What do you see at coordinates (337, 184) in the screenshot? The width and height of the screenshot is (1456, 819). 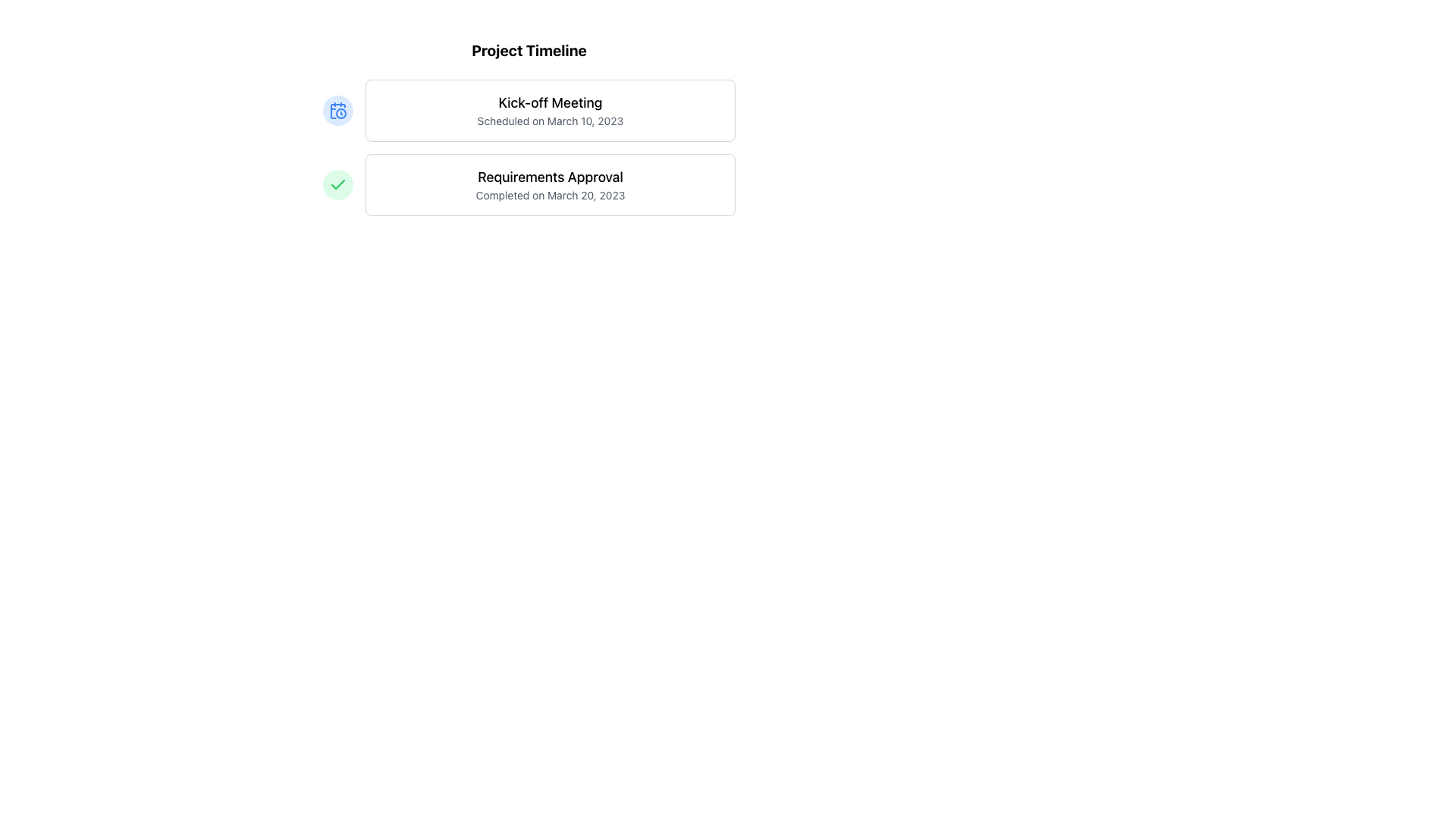 I see `the completion status icon located on the left side of the 'Requirements Approval' section, adjacent to the text 'Completed on March 20, 2023'` at bounding box center [337, 184].